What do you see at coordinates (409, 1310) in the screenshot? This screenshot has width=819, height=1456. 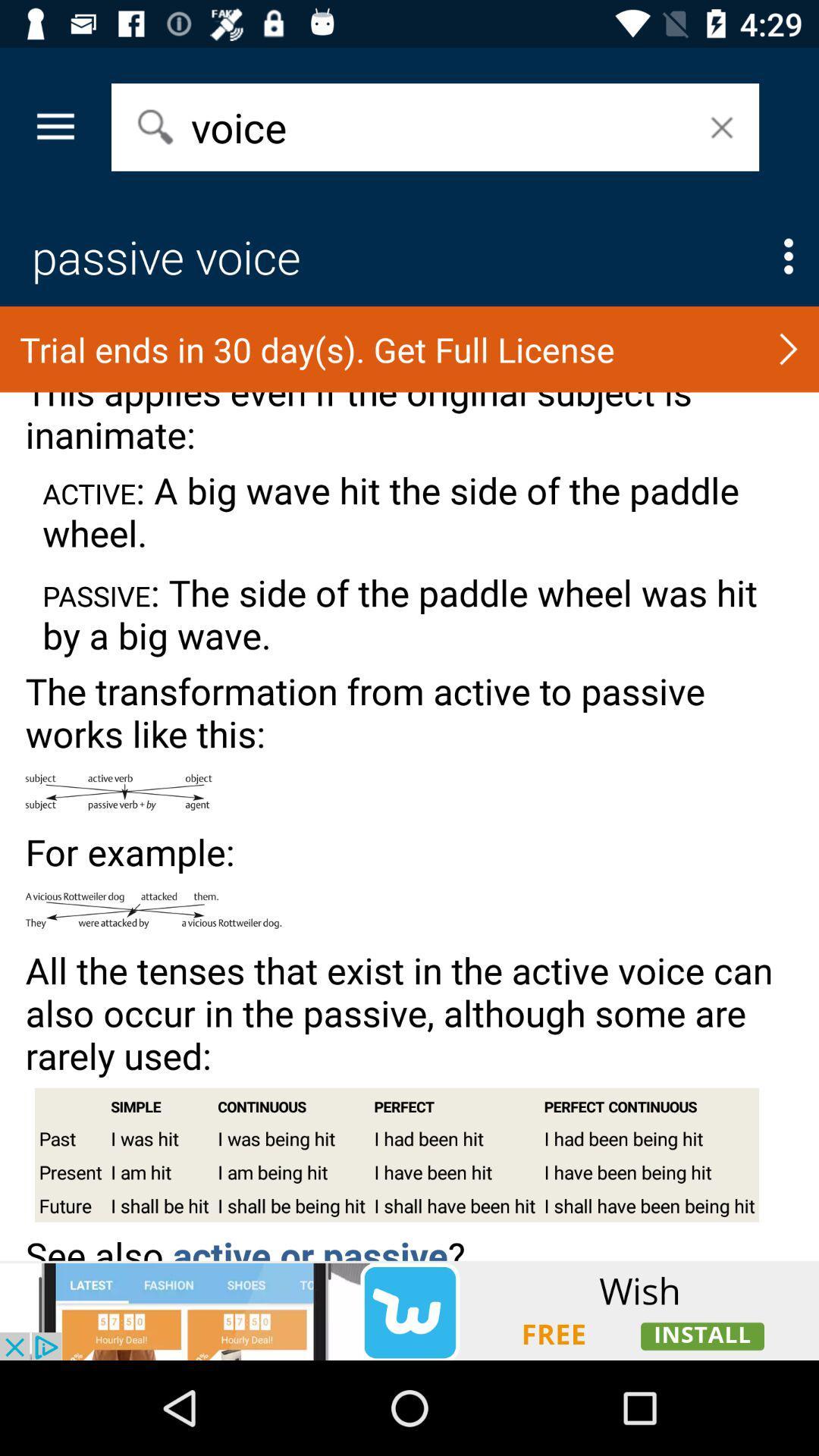 I see `add link` at bounding box center [409, 1310].